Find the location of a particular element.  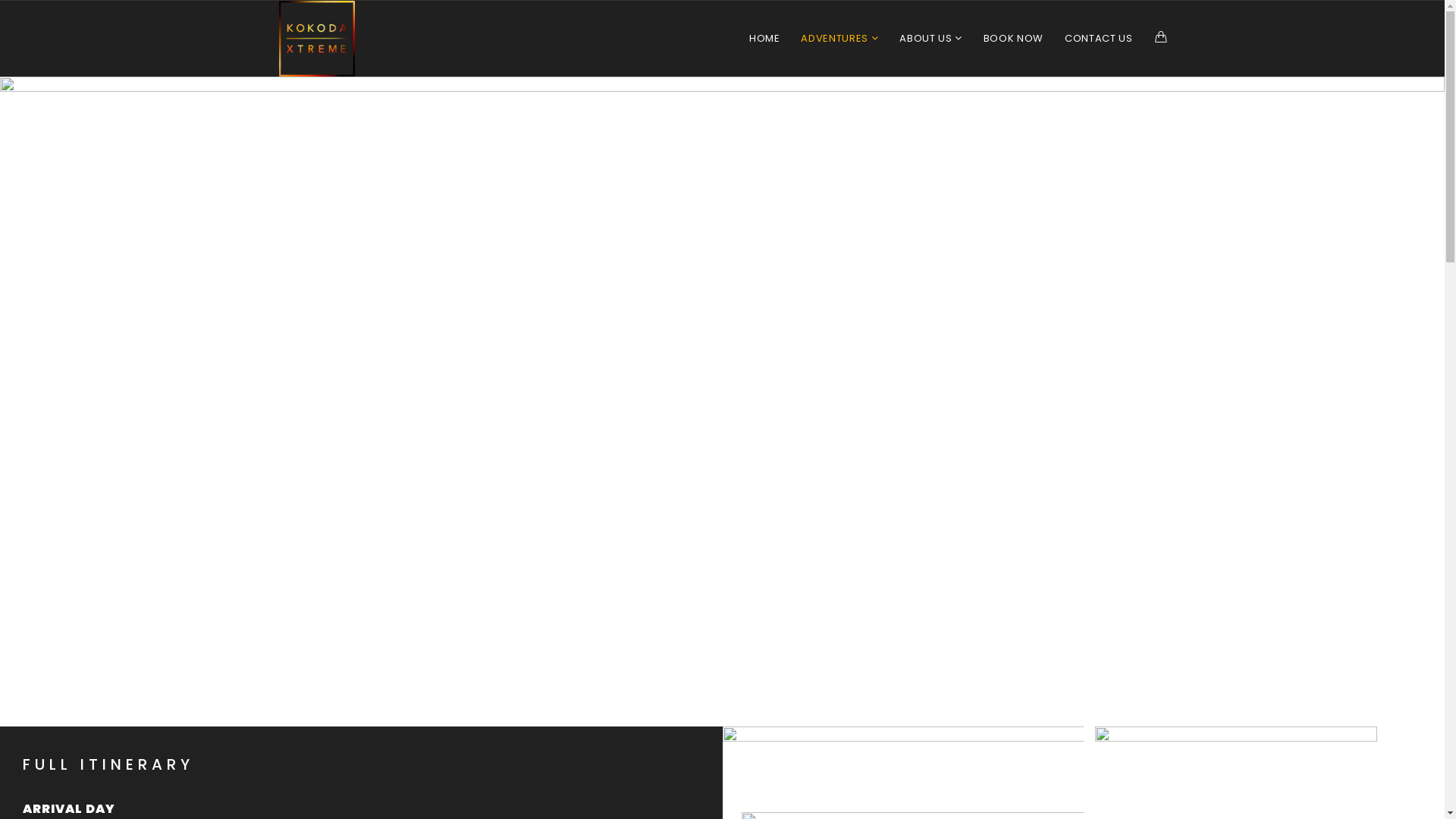

'ADVENTURES' is located at coordinates (839, 37).